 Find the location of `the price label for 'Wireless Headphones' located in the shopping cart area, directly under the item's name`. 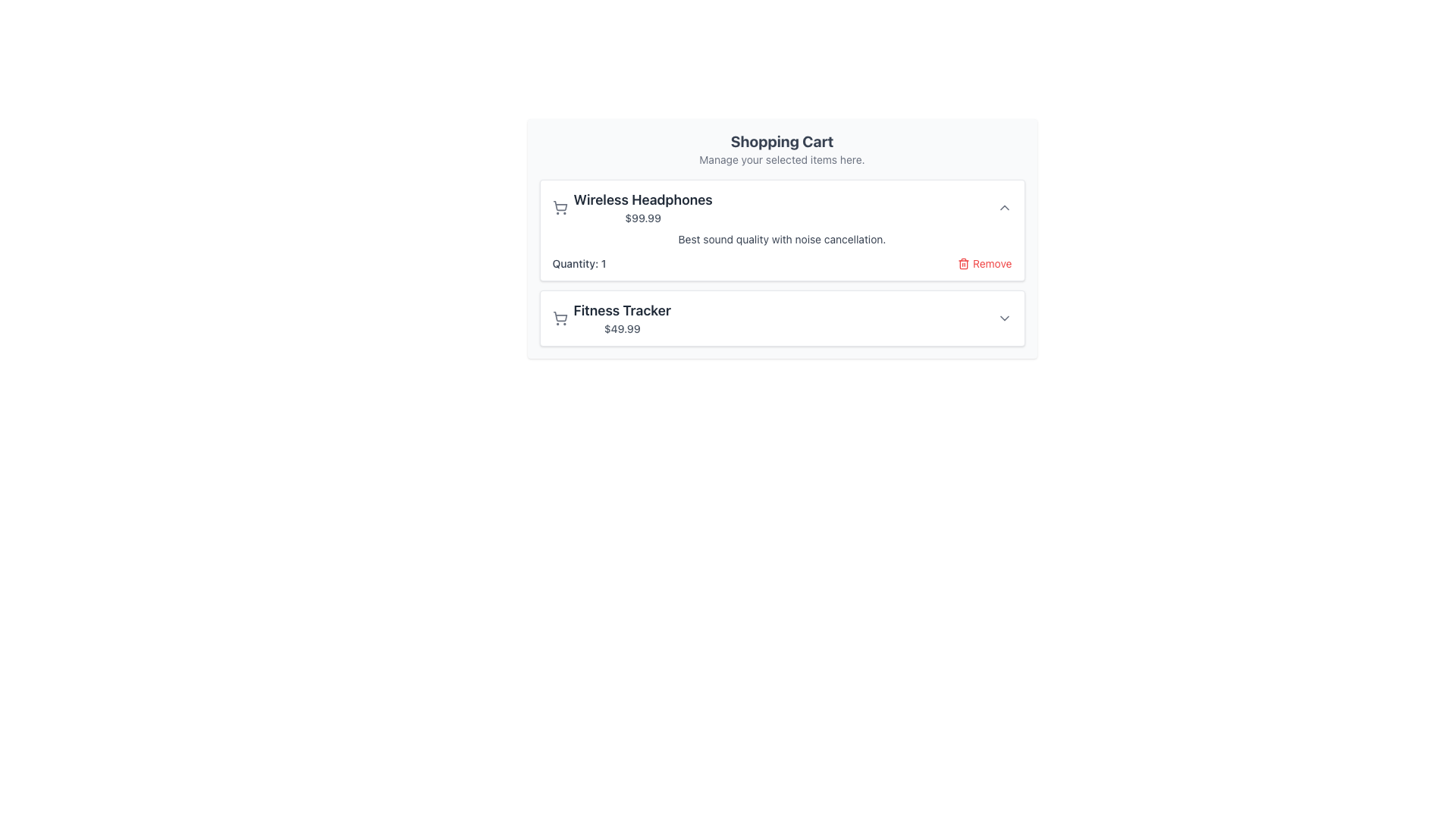

the price label for 'Wireless Headphones' located in the shopping cart area, directly under the item's name is located at coordinates (643, 218).